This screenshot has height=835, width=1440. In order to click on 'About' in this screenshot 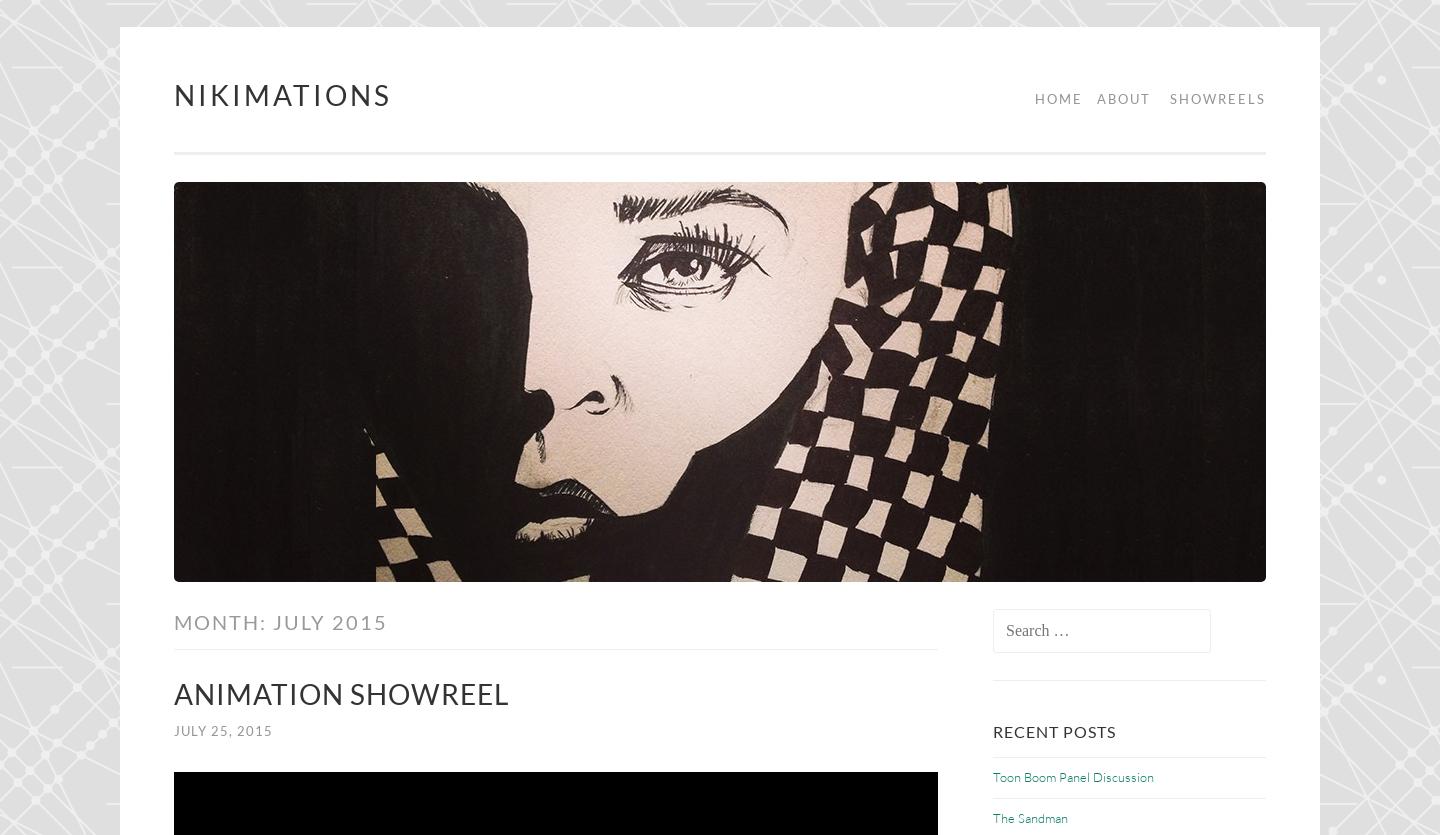, I will do `click(1095, 98)`.